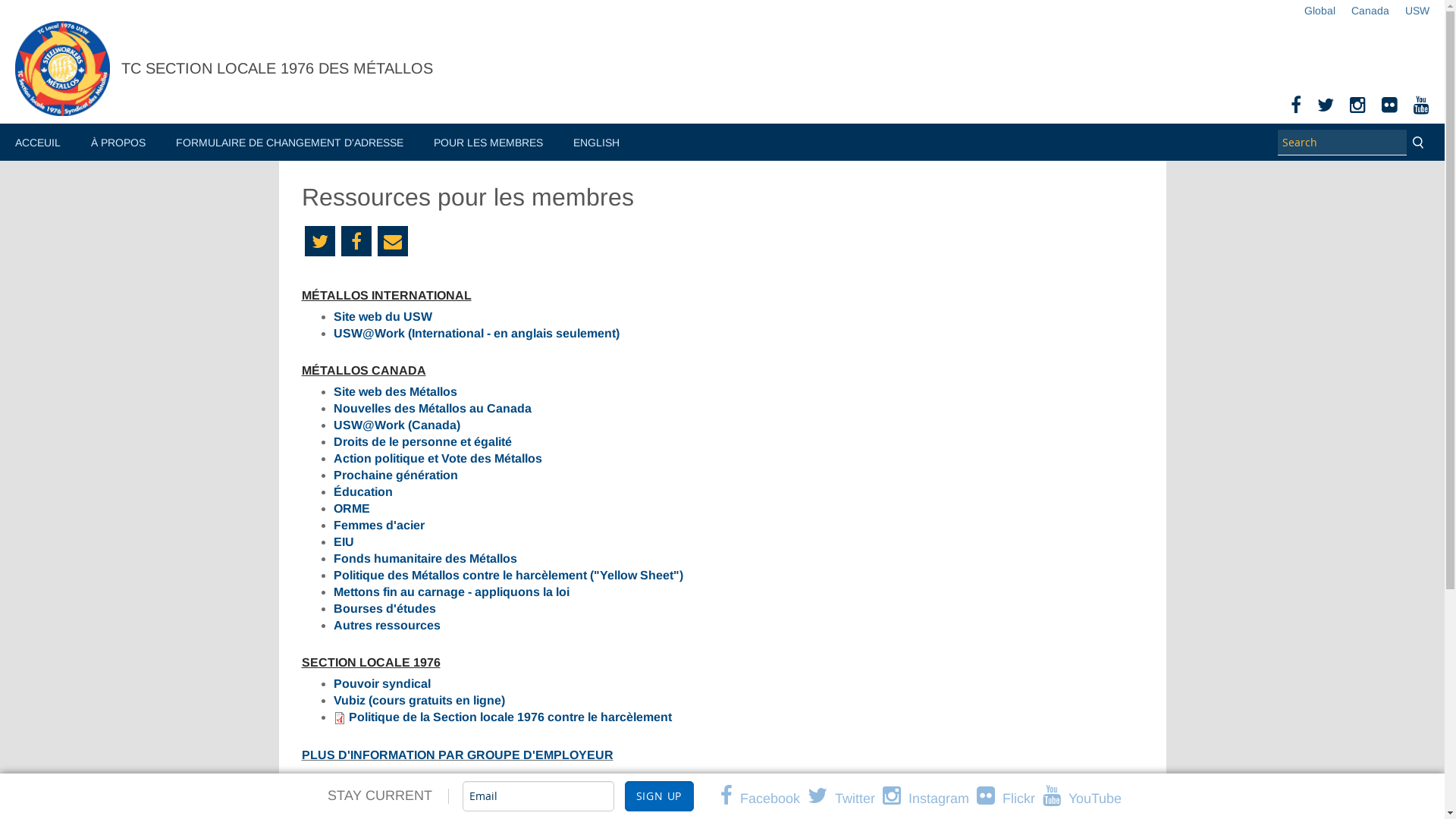 Image resolution: width=1456 pixels, height=819 pixels. What do you see at coordinates (393, 240) in the screenshot?
I see `'Email'` at bounding box center [393, 240].